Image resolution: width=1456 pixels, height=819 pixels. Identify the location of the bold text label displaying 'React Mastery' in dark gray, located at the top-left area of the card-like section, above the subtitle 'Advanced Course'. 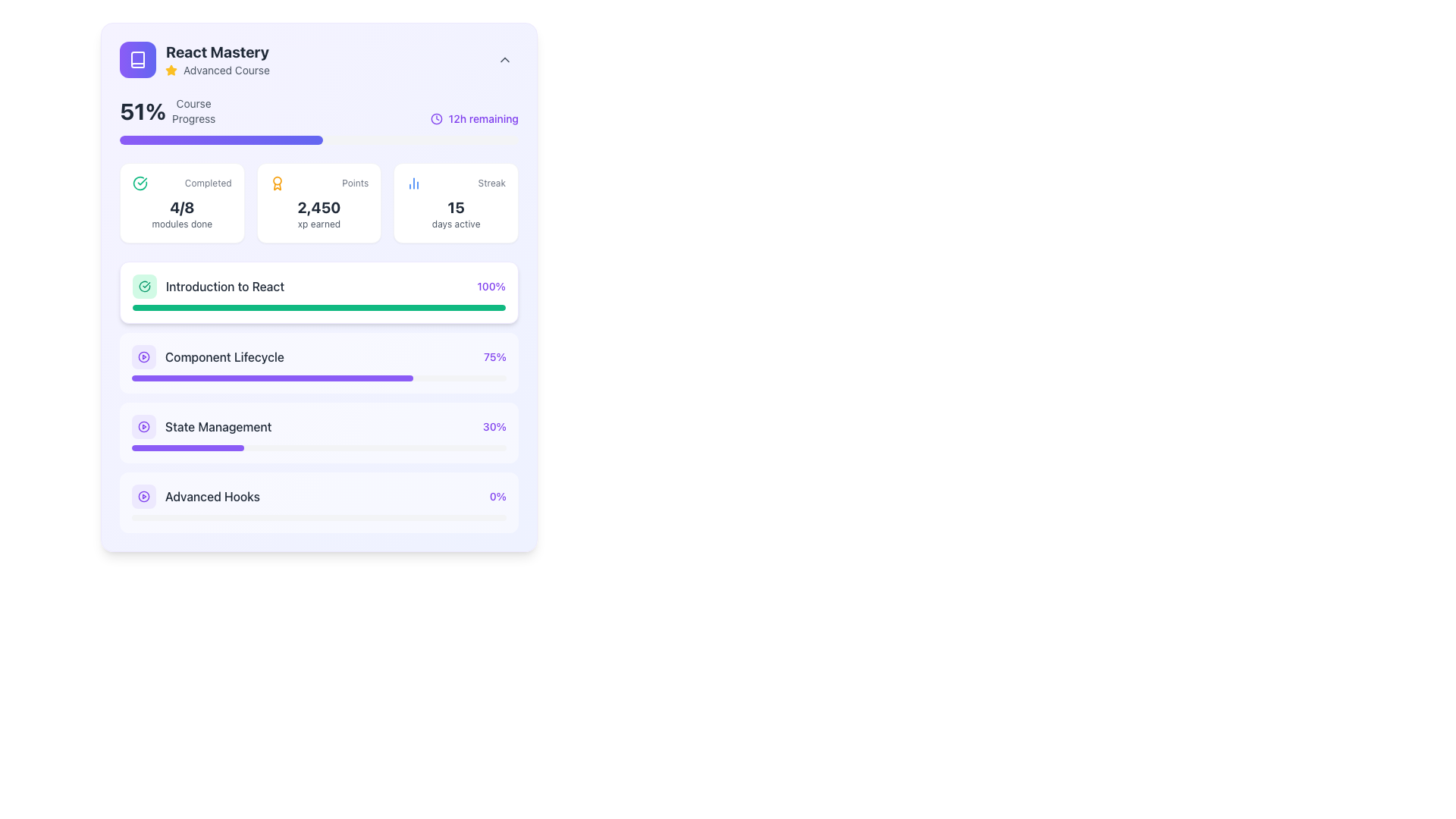
(217, 52).